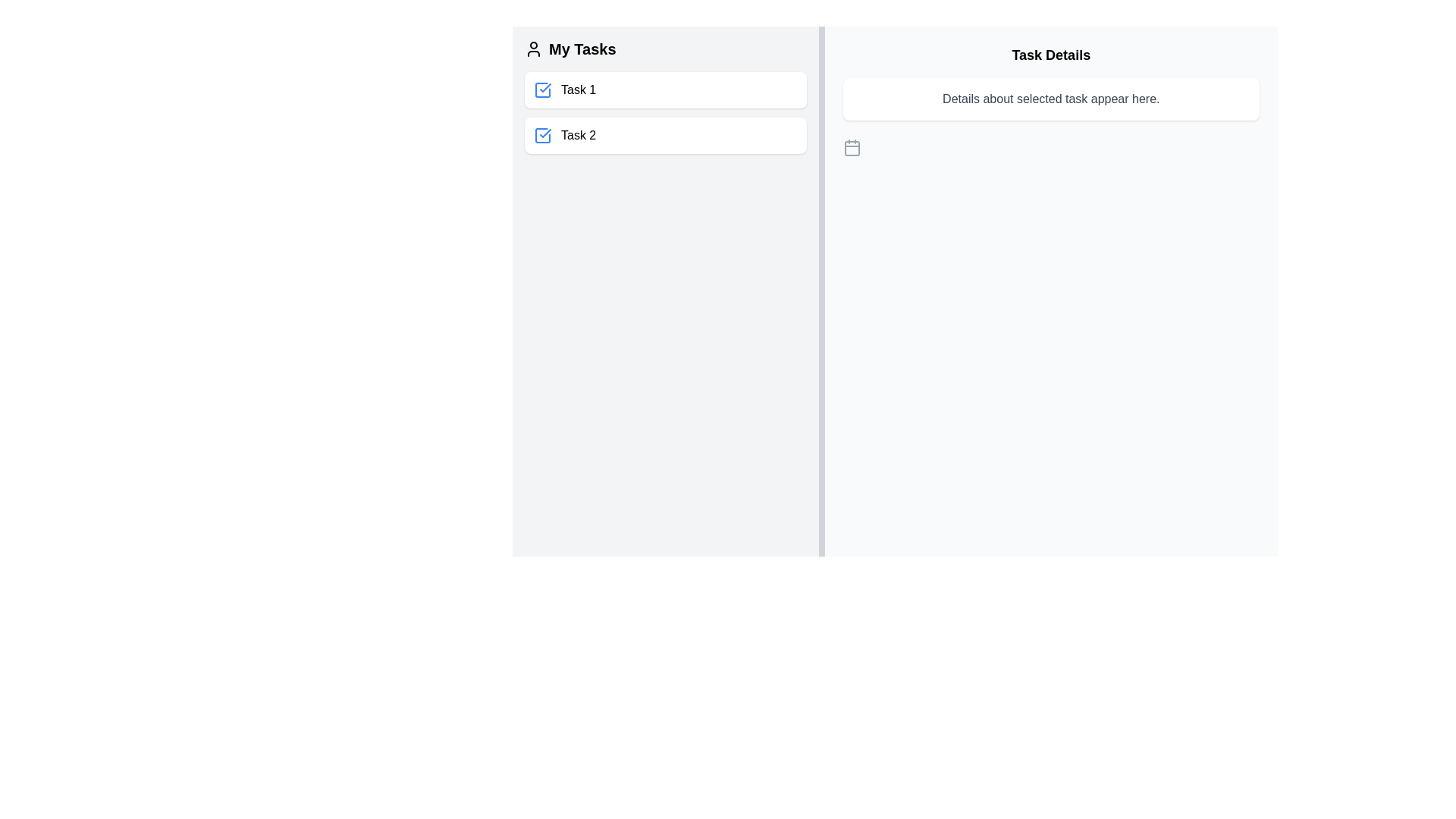  I want to click on the calendar icon located in the right-hand panel under the 'Task Details' heading, which features a square outline with rounded corners and is rendered in a gray color scheme, so click(852, 148).